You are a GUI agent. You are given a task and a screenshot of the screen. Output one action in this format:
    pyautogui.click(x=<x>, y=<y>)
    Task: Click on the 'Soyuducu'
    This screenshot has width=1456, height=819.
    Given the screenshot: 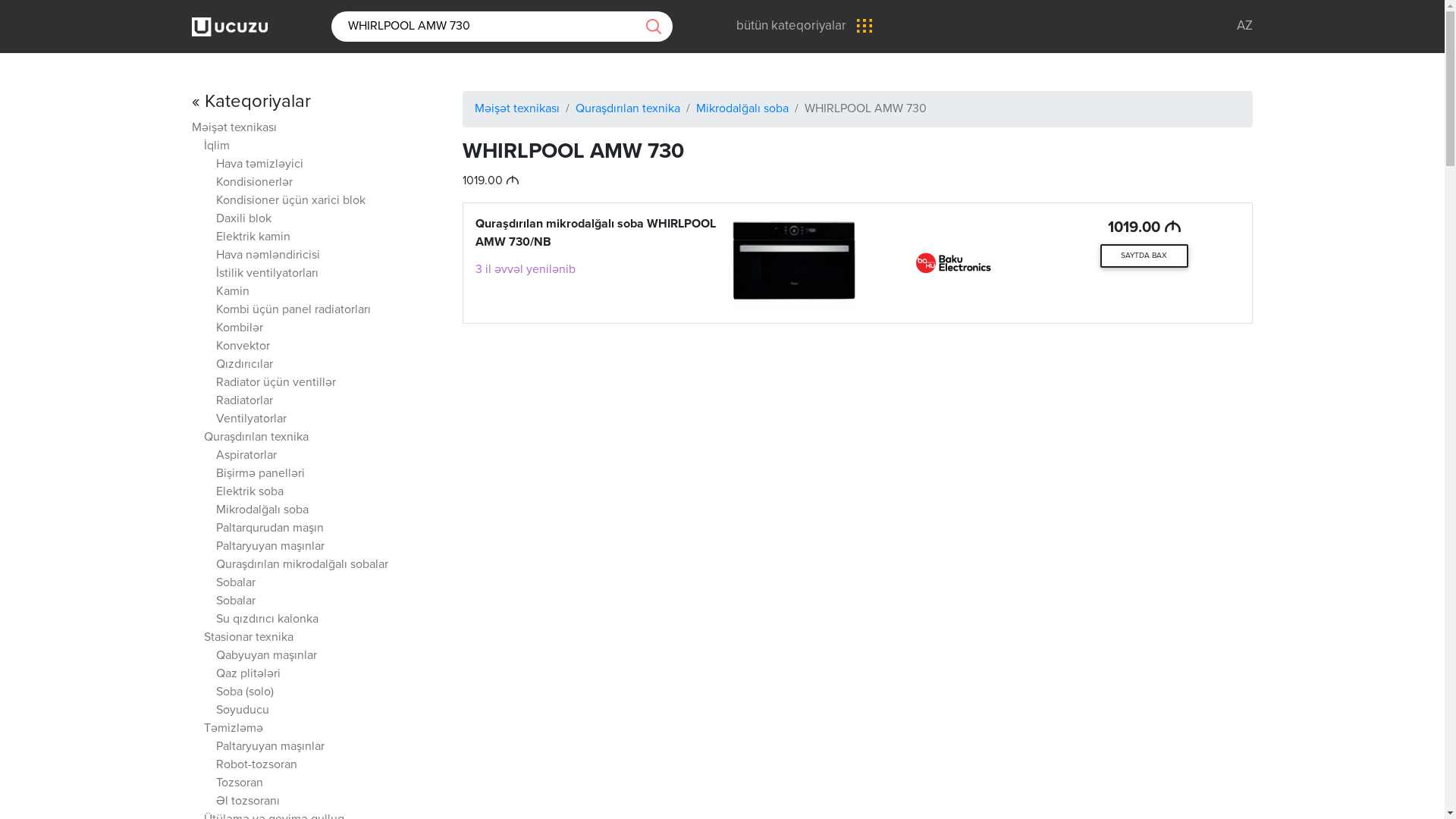 What is the action you would take?
    pyautogui.click(x=243, y=711)
    